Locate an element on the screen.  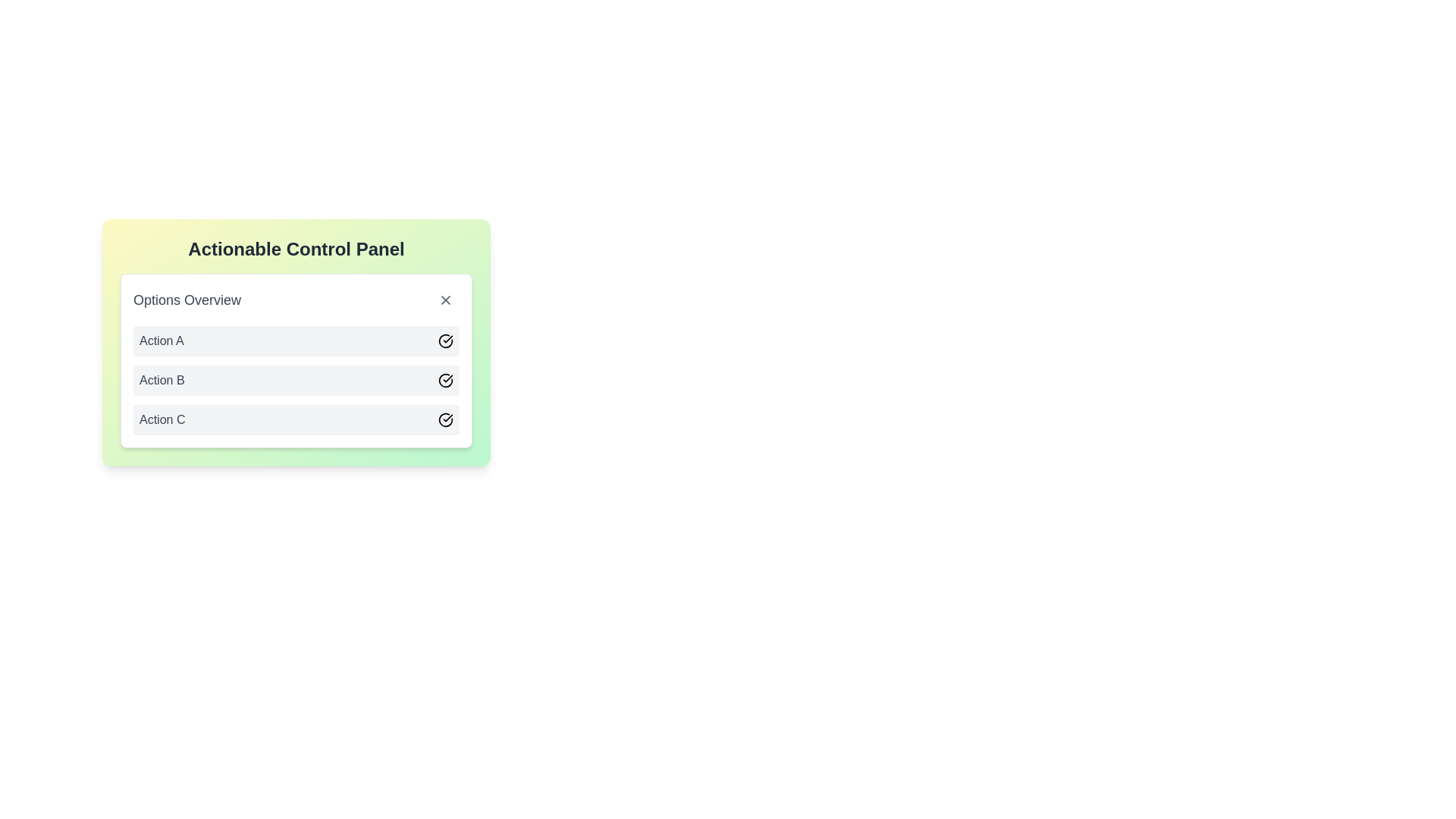
the circular icon with a checkmark inside, located at the far-right side of the row labeled 'Action A' is located at coordinates (445, 341).